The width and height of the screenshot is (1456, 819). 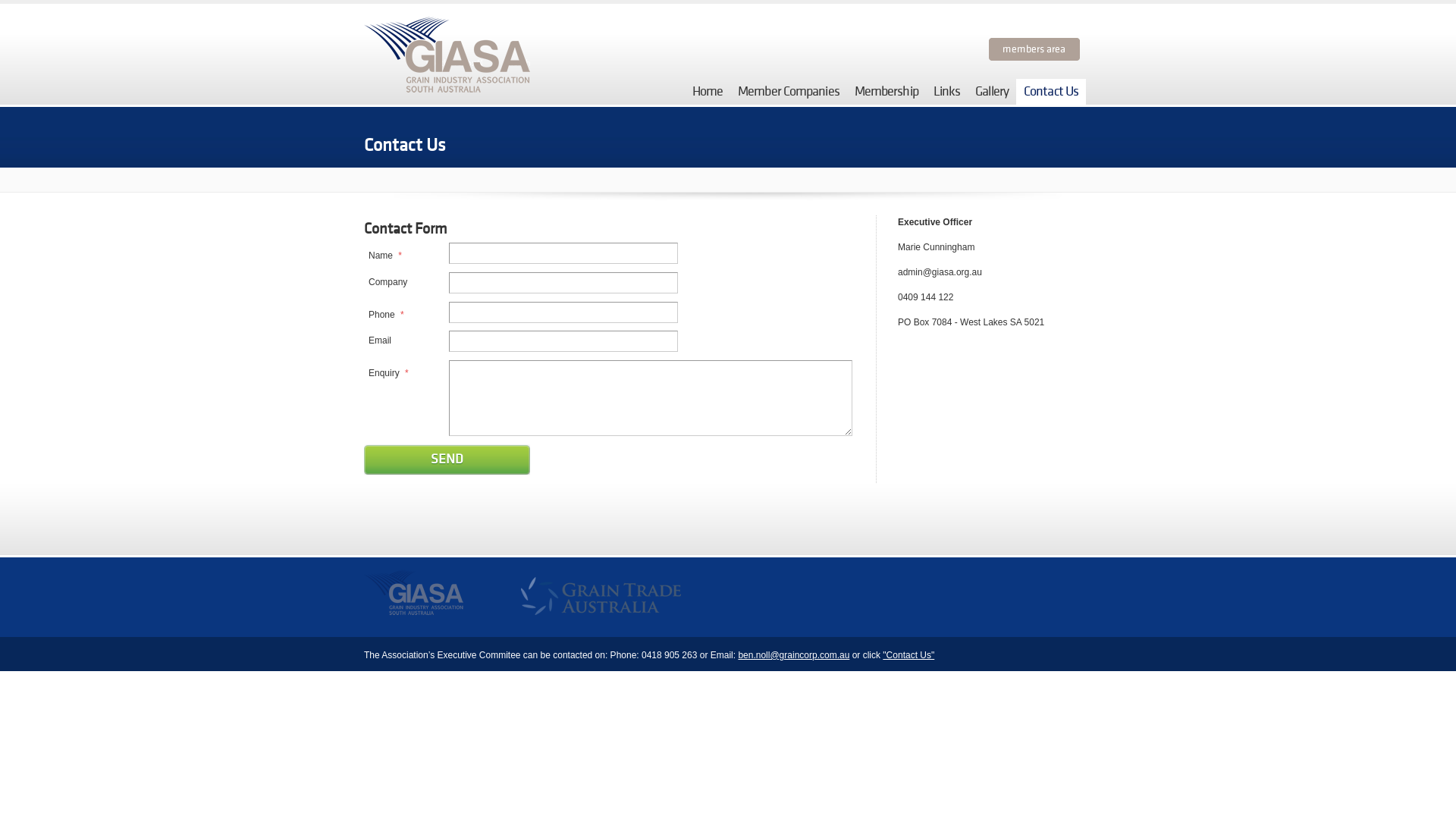 I want to click on 'GIASA', so click(x=364, y=597).